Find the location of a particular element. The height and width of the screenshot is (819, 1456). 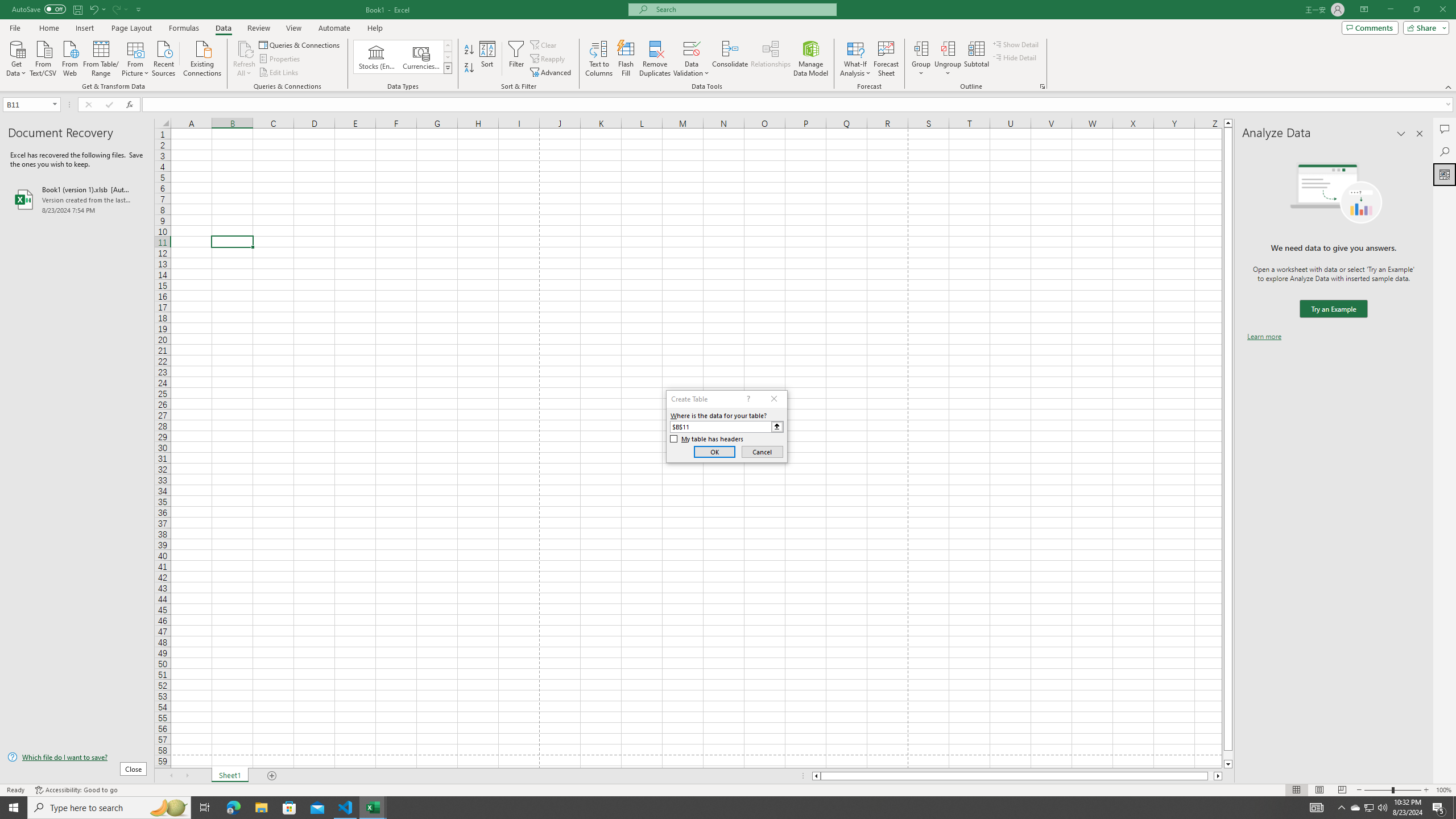

'Get Data' is located at coordinates (16, 57).